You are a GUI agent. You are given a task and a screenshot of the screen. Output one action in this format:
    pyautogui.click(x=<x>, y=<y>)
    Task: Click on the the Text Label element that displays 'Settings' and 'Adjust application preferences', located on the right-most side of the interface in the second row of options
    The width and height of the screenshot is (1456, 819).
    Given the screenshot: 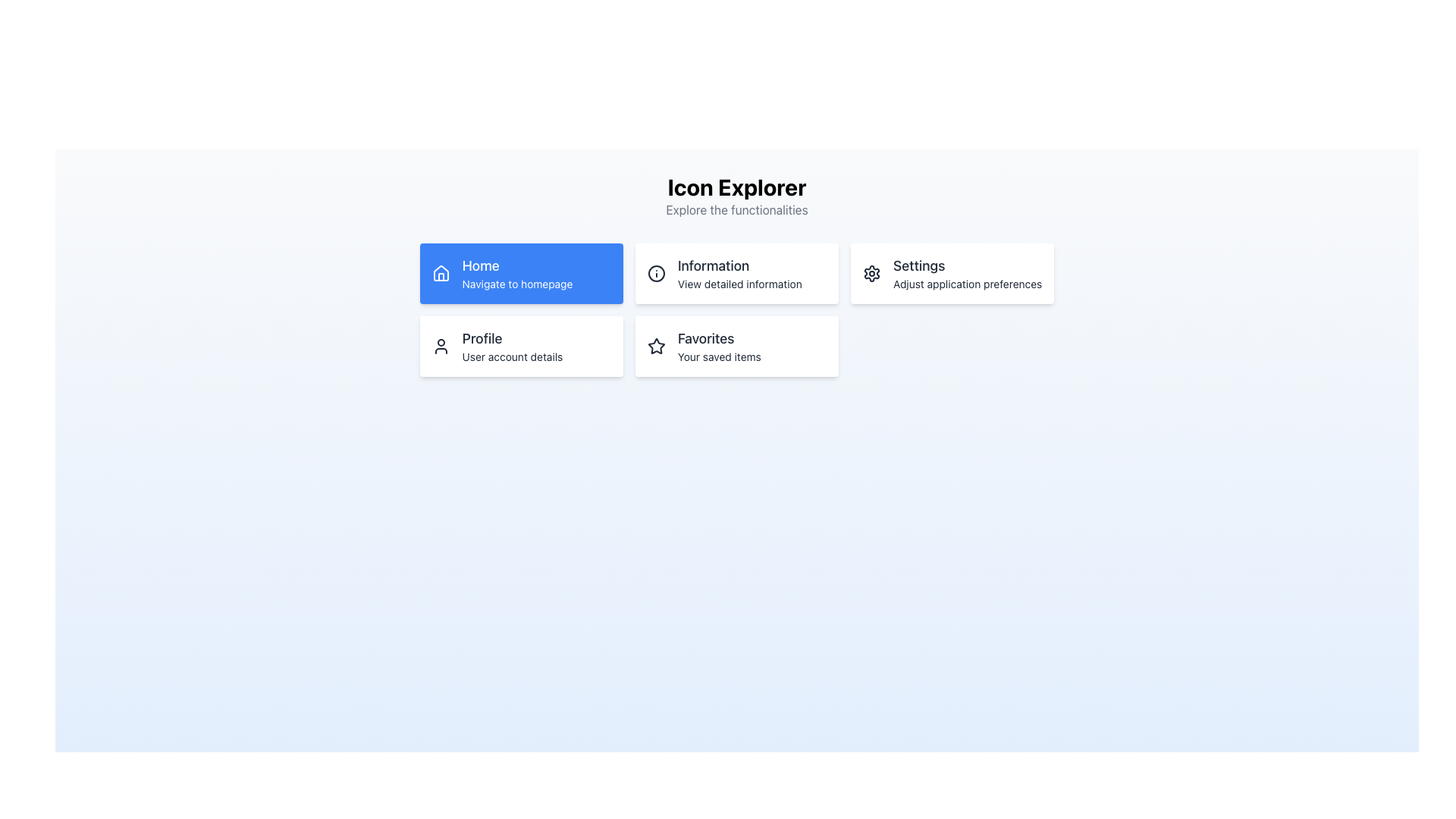 What is the action you would take?
    pyautogui.click(x=967, y=274)
    